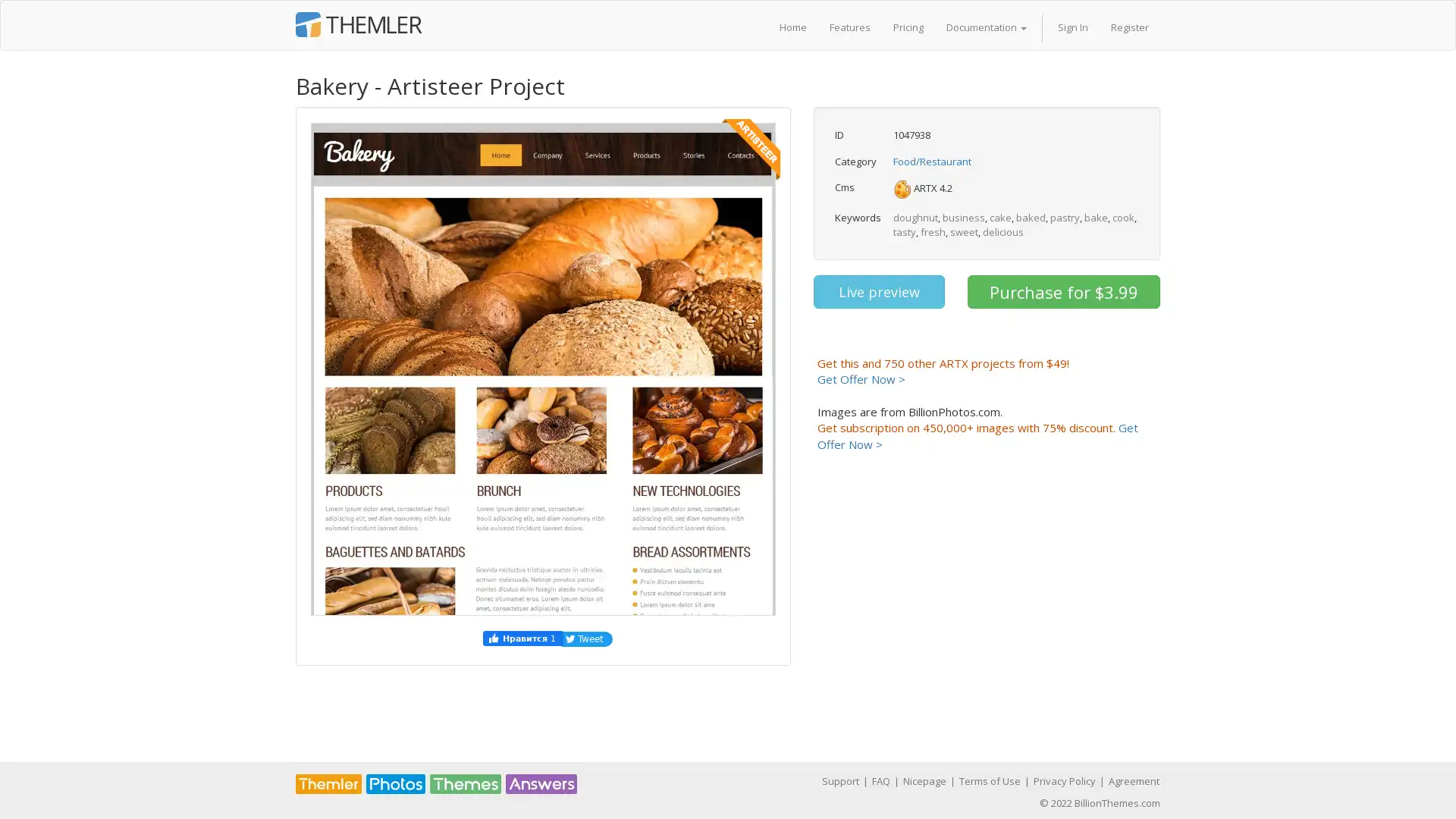 The width and height of the screenshot is (1456, 819). Describe the element at coordinates (1062, 292) in the screenshot. I see `Purchase for $3.99` at that location.